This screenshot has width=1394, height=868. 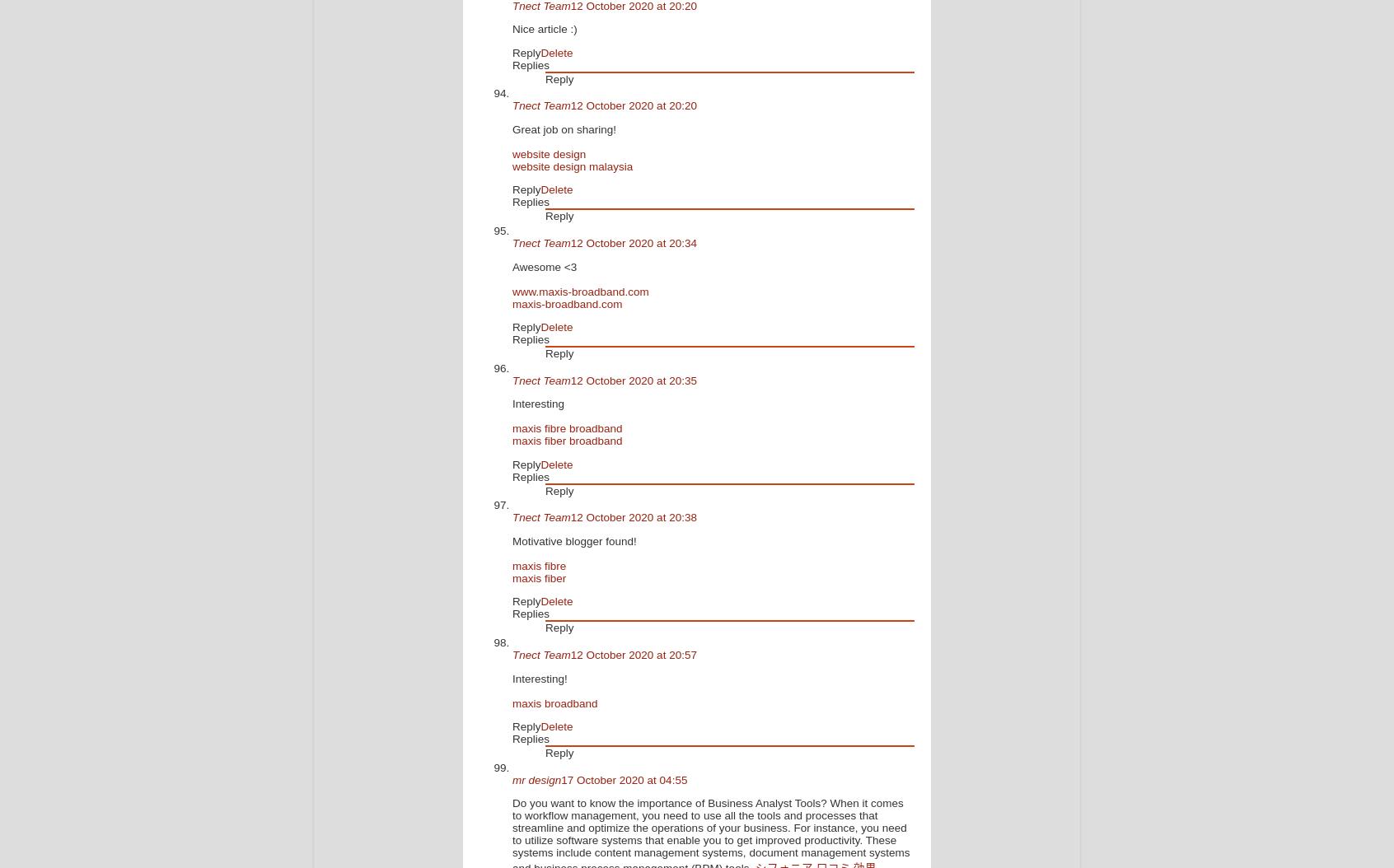 What do you see at coordinates (567, 427) in the screenshot?
I see `'maxis fibre broadband'` at bounding box center [567, 427].